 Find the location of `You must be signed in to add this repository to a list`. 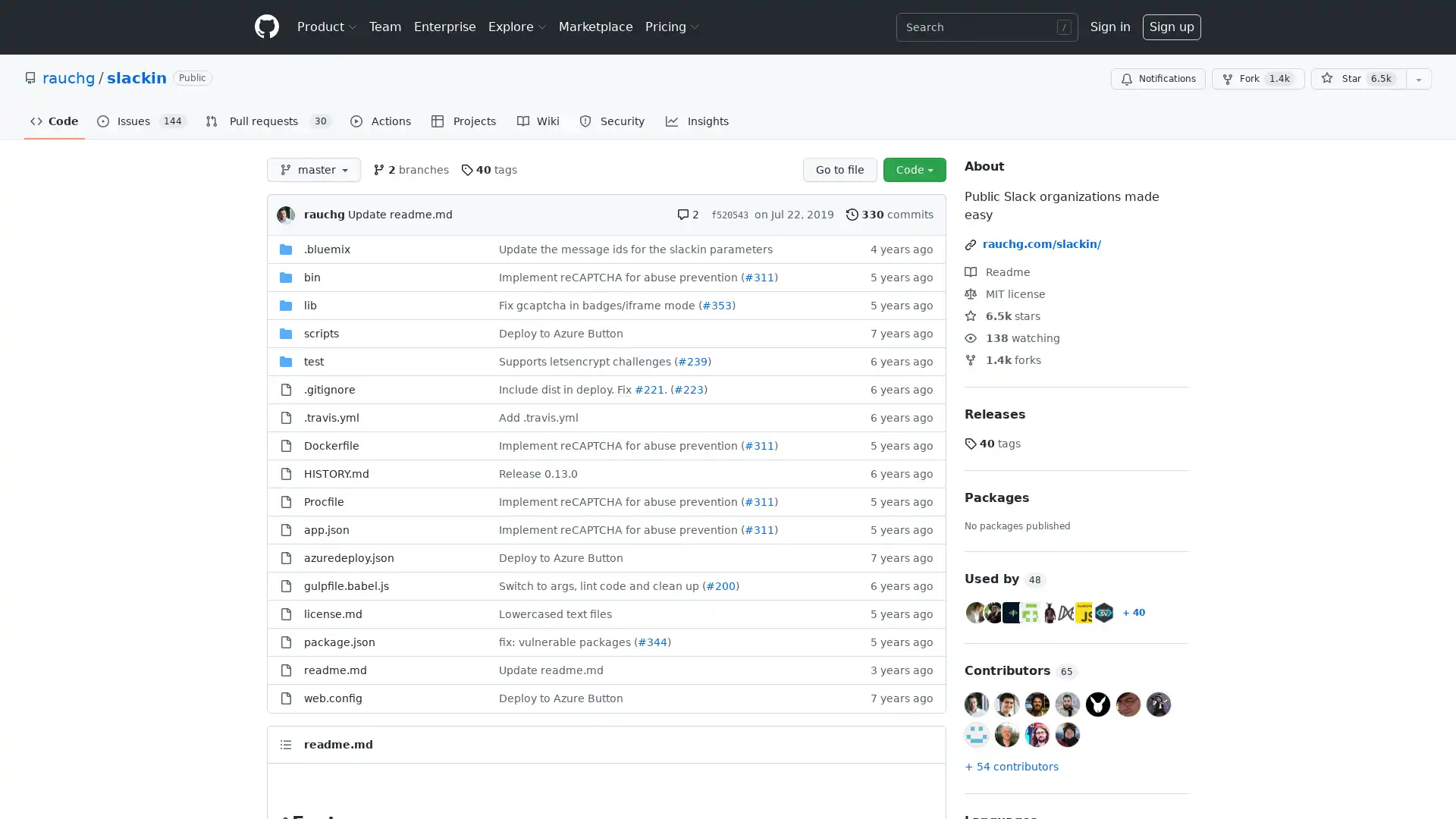

You must be signed in to add this repository to a list is located at coordinates (1418, 79).